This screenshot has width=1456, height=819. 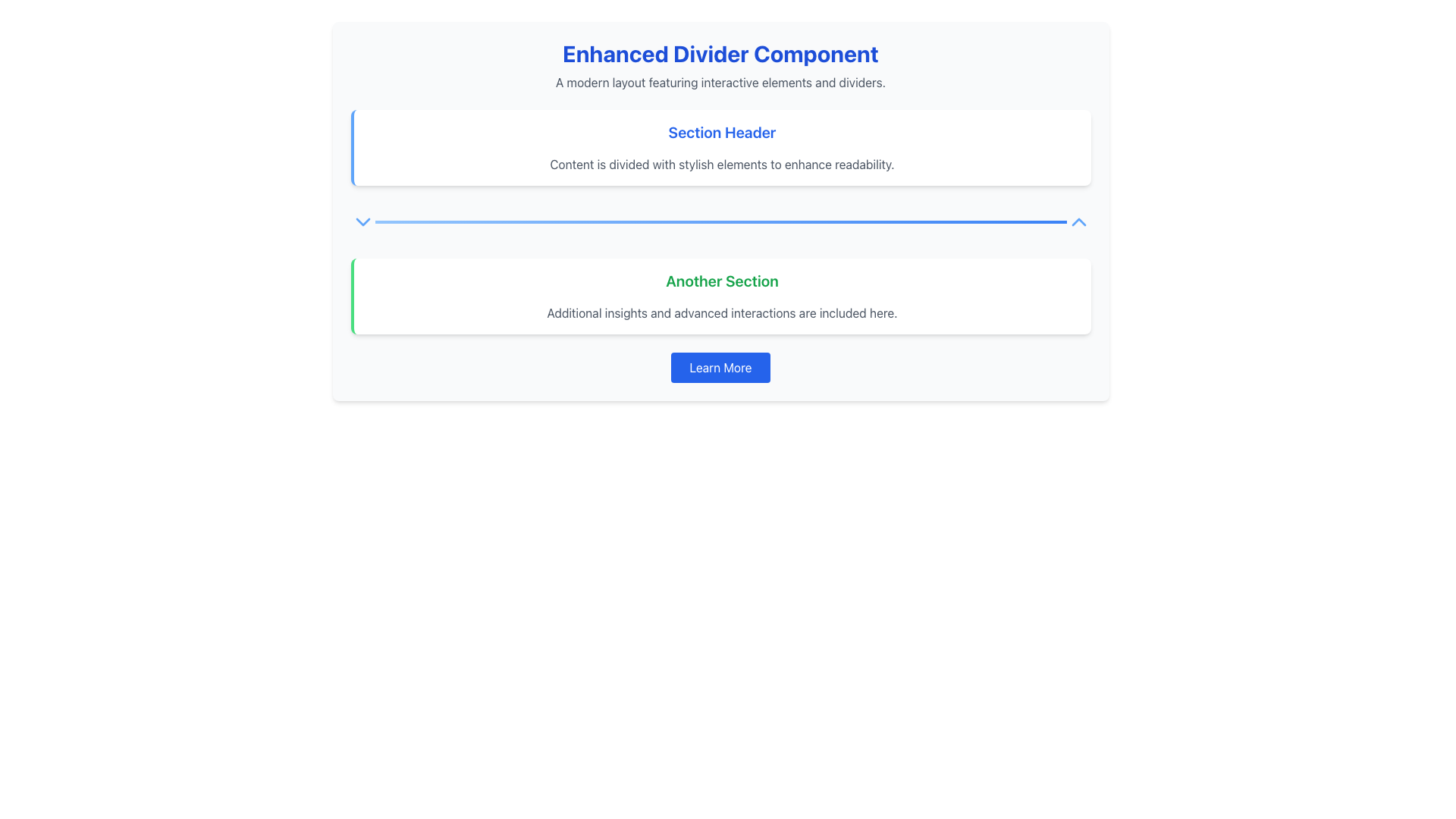 I want to click on the downward chevron icon that serves as a visual indicator for expandable or collapsible functionality, located centrally between the blue-highlighted 'Section Header' and the green-highlighted 'Another Section', so click(x=362, y=222).